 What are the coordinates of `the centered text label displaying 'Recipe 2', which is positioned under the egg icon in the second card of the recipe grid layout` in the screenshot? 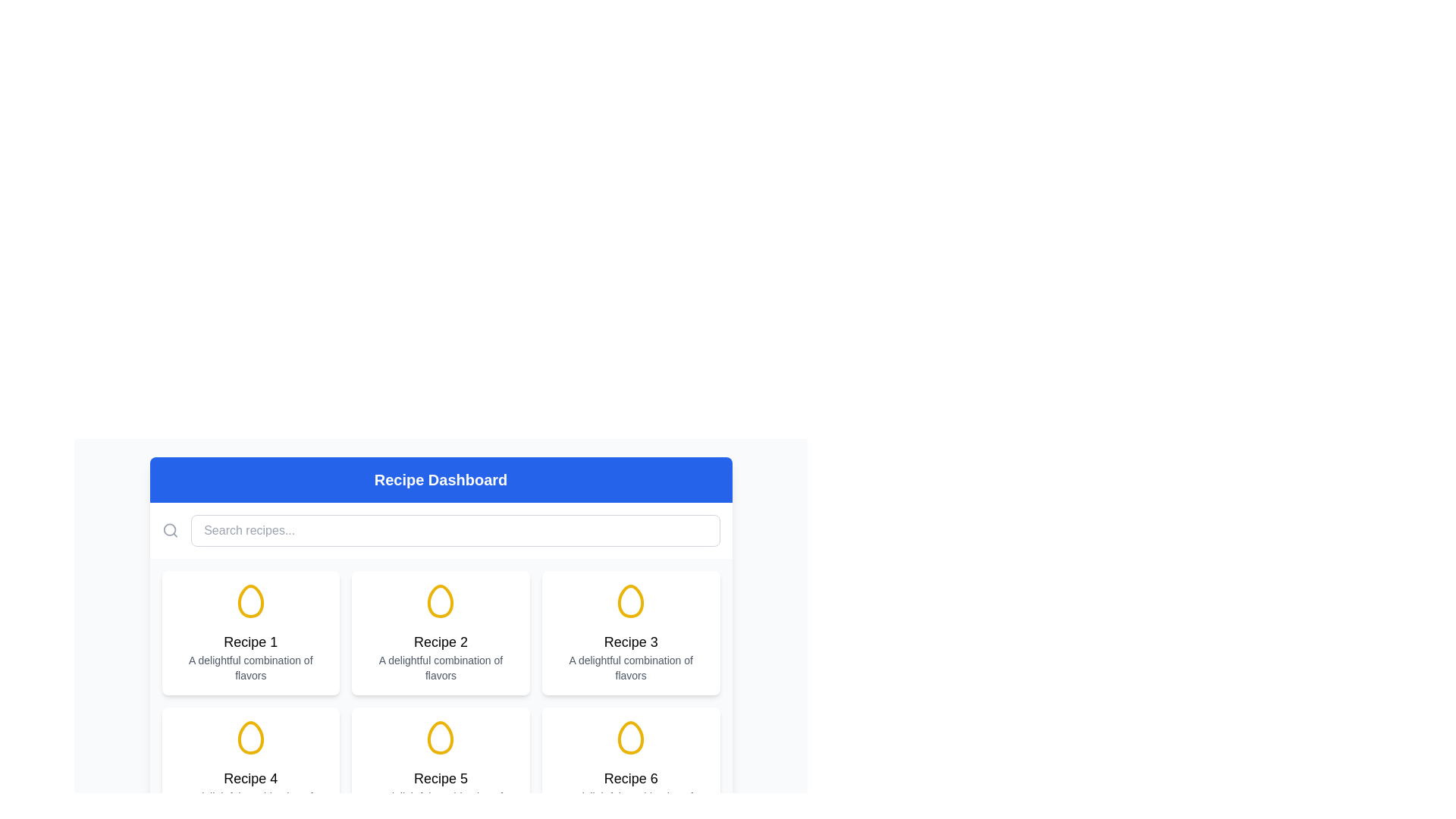 It's located at (440, 642).